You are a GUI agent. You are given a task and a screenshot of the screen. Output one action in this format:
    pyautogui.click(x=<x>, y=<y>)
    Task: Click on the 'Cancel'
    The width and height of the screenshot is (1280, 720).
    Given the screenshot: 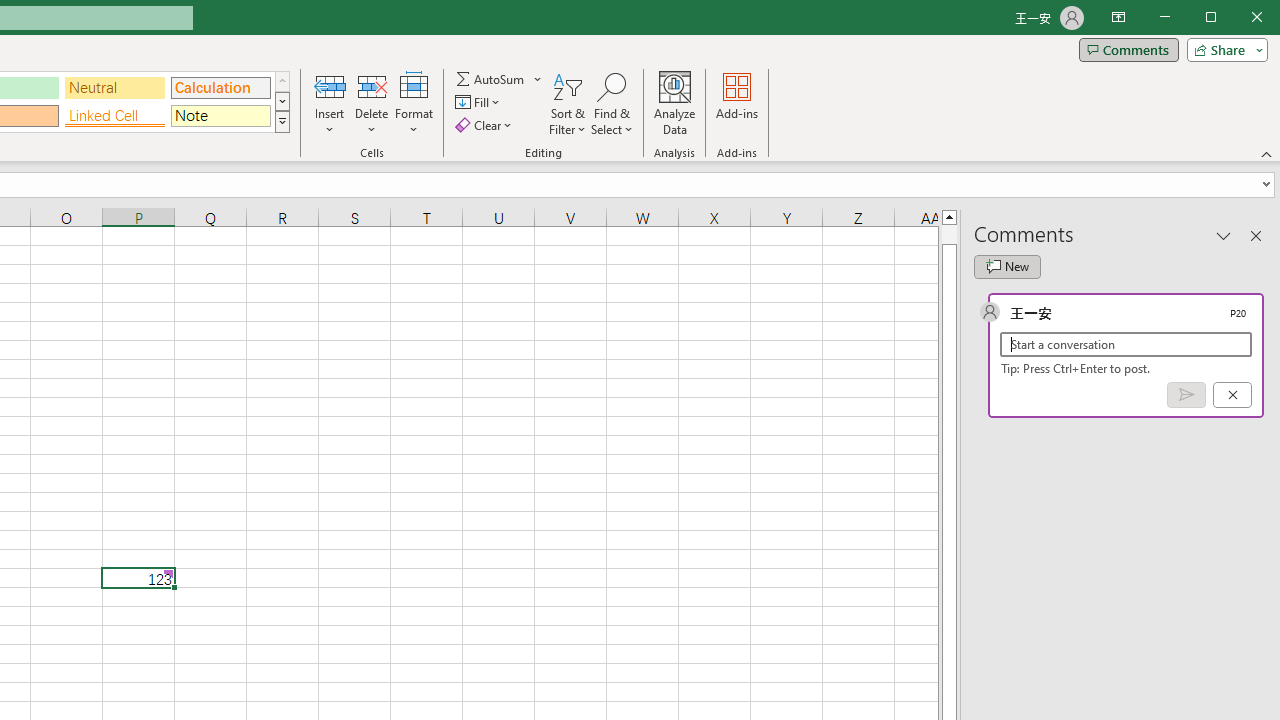 What is the action you would take?
    pyautogui.click(x=1231, y=395)
    